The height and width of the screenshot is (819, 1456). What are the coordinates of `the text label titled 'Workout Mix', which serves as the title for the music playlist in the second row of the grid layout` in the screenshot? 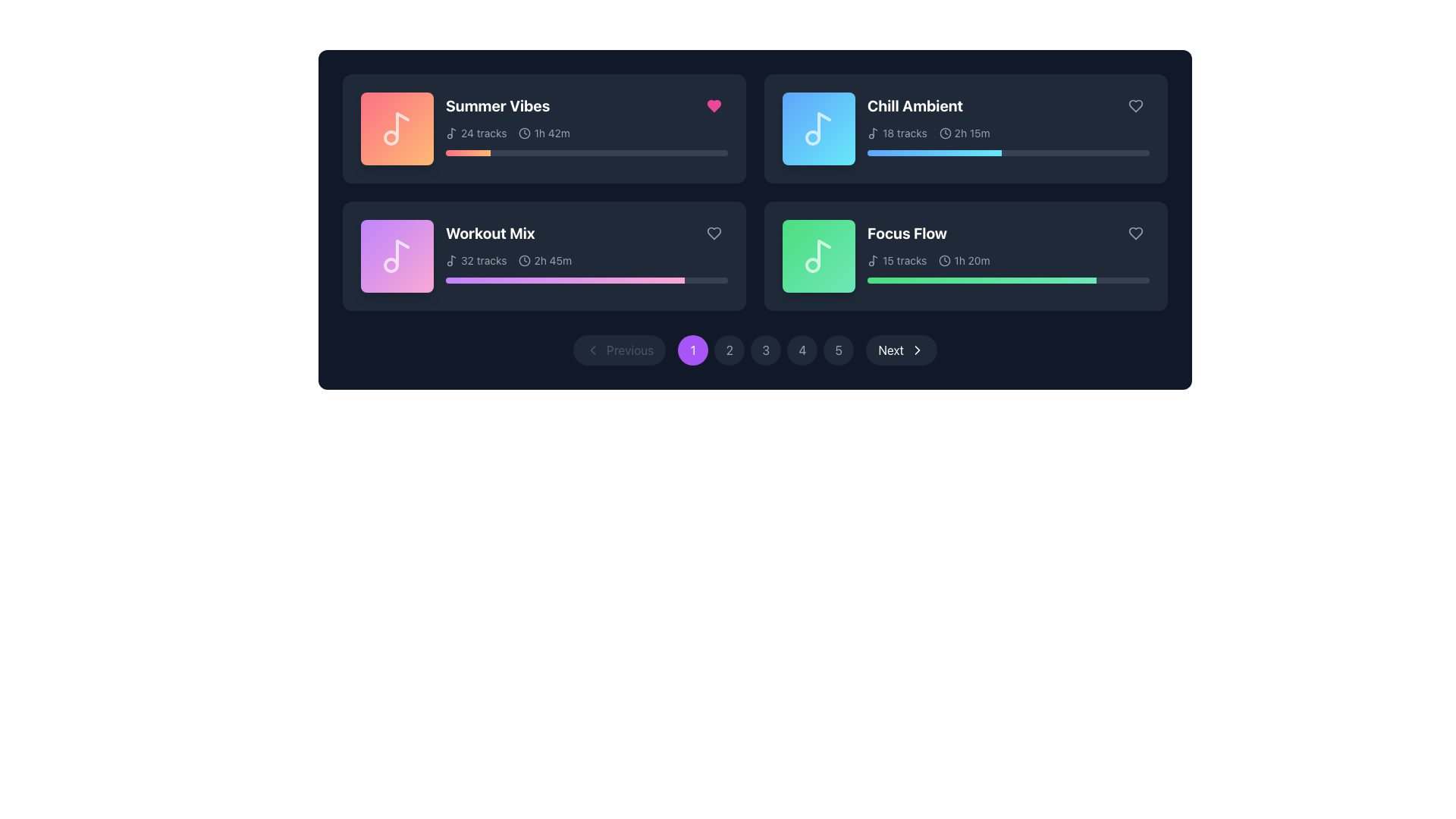 It's located at (490, 234).